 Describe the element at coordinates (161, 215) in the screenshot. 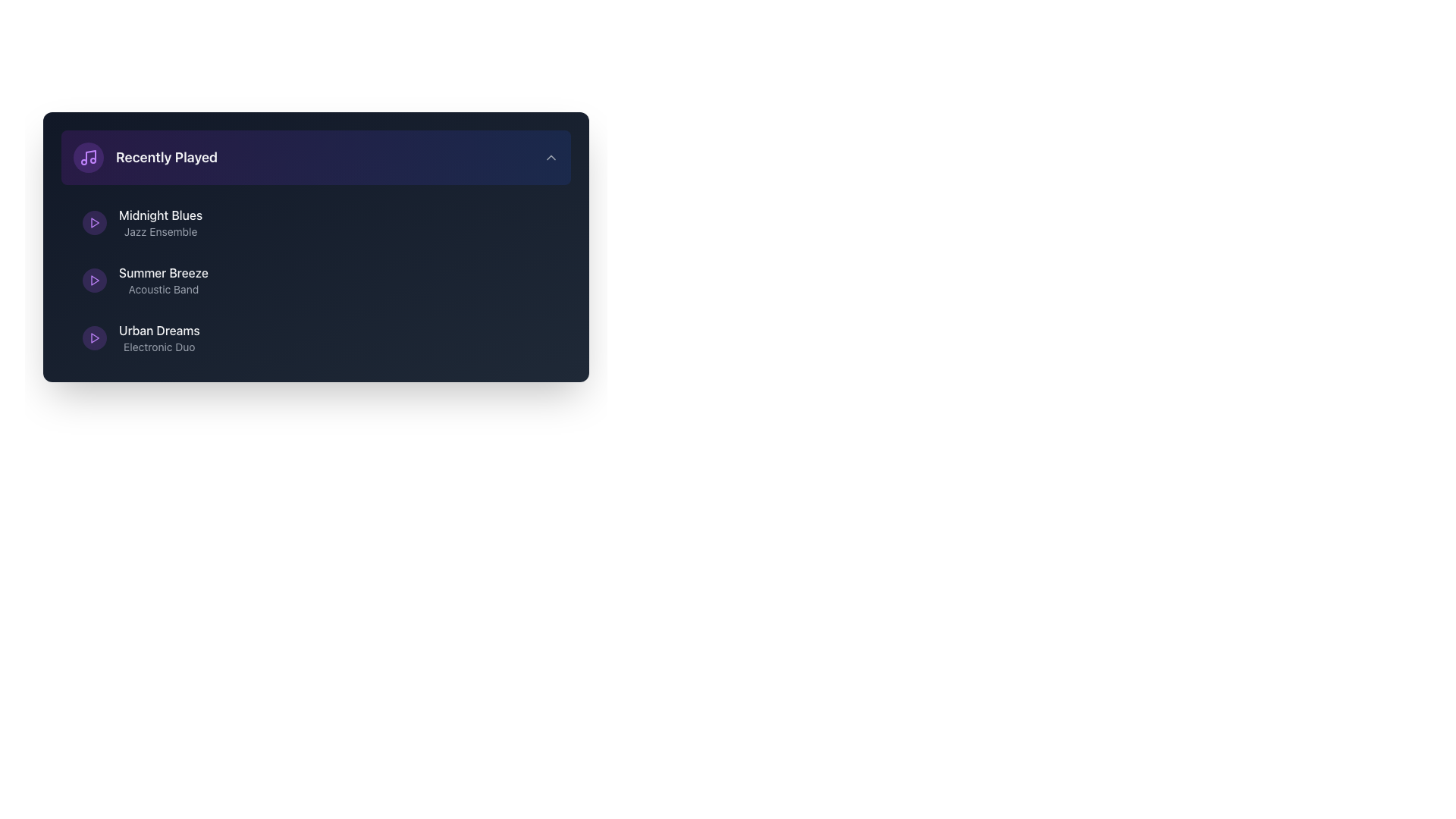

I see `text label displaying the title 'Midnight Blues', which is styled in light gray font and is the primary title in the first entry of the 'Recently Played' section` at that location.